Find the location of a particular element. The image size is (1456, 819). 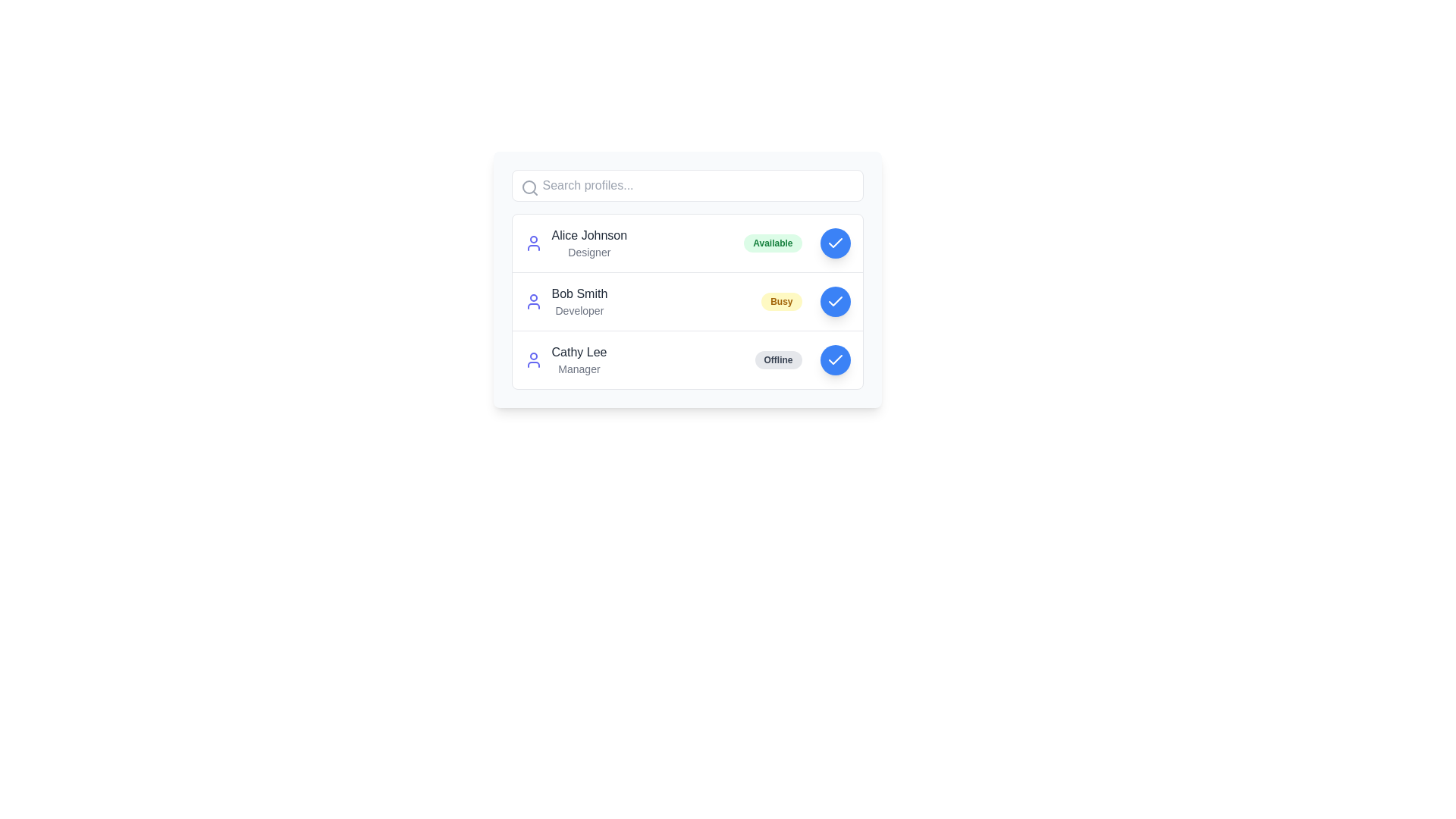

the user avatar icon for 'Alice Johnson', which is styled with a blue outline and located at the left of the first row in the user profiles list, to initiate an action related to the user is located at coordinates (533, 242).